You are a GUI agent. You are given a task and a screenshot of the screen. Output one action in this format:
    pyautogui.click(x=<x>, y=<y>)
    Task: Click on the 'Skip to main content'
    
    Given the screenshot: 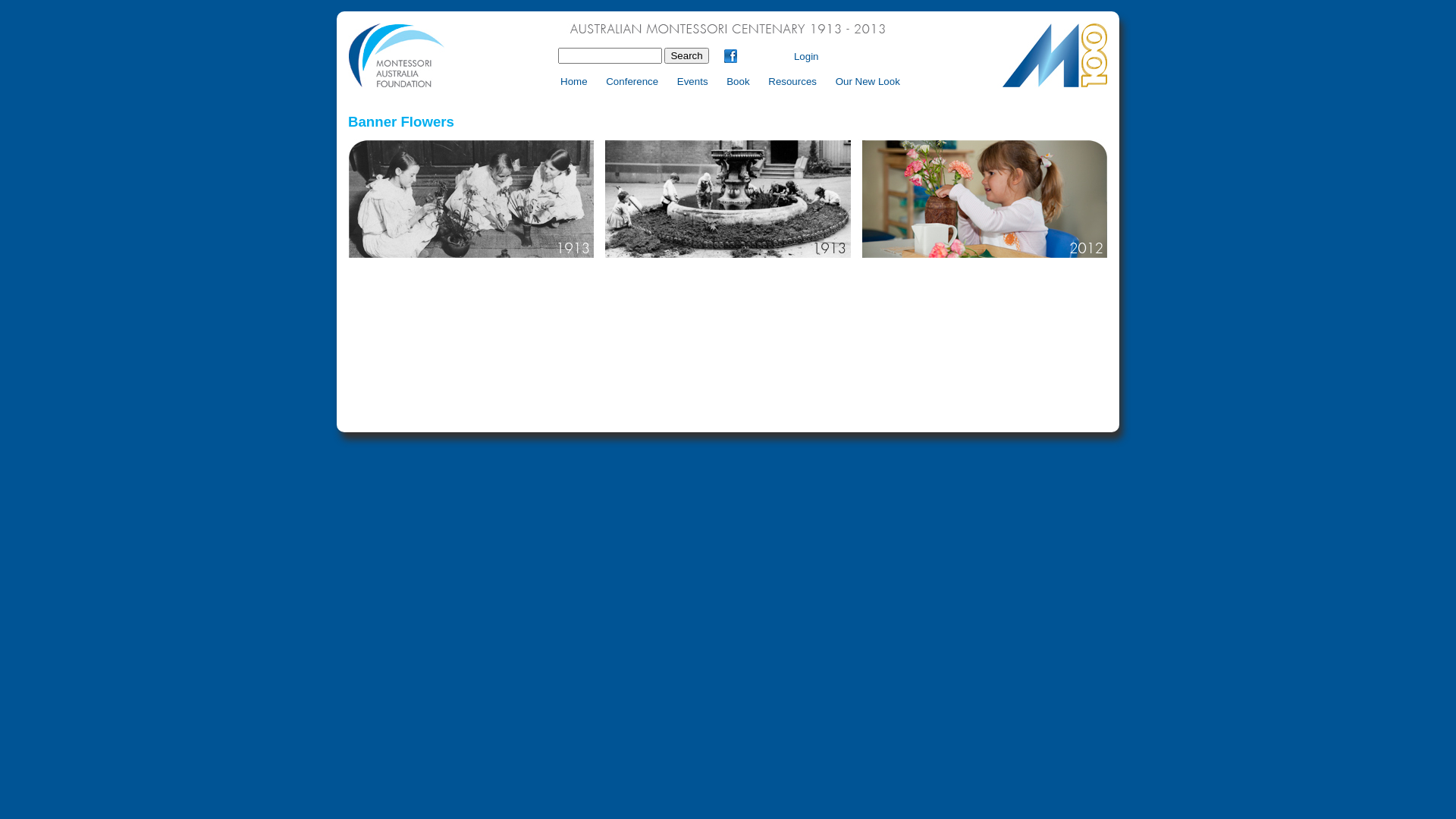 What is the action you would take?
    pyautogui.click(x=773, y=11)
    